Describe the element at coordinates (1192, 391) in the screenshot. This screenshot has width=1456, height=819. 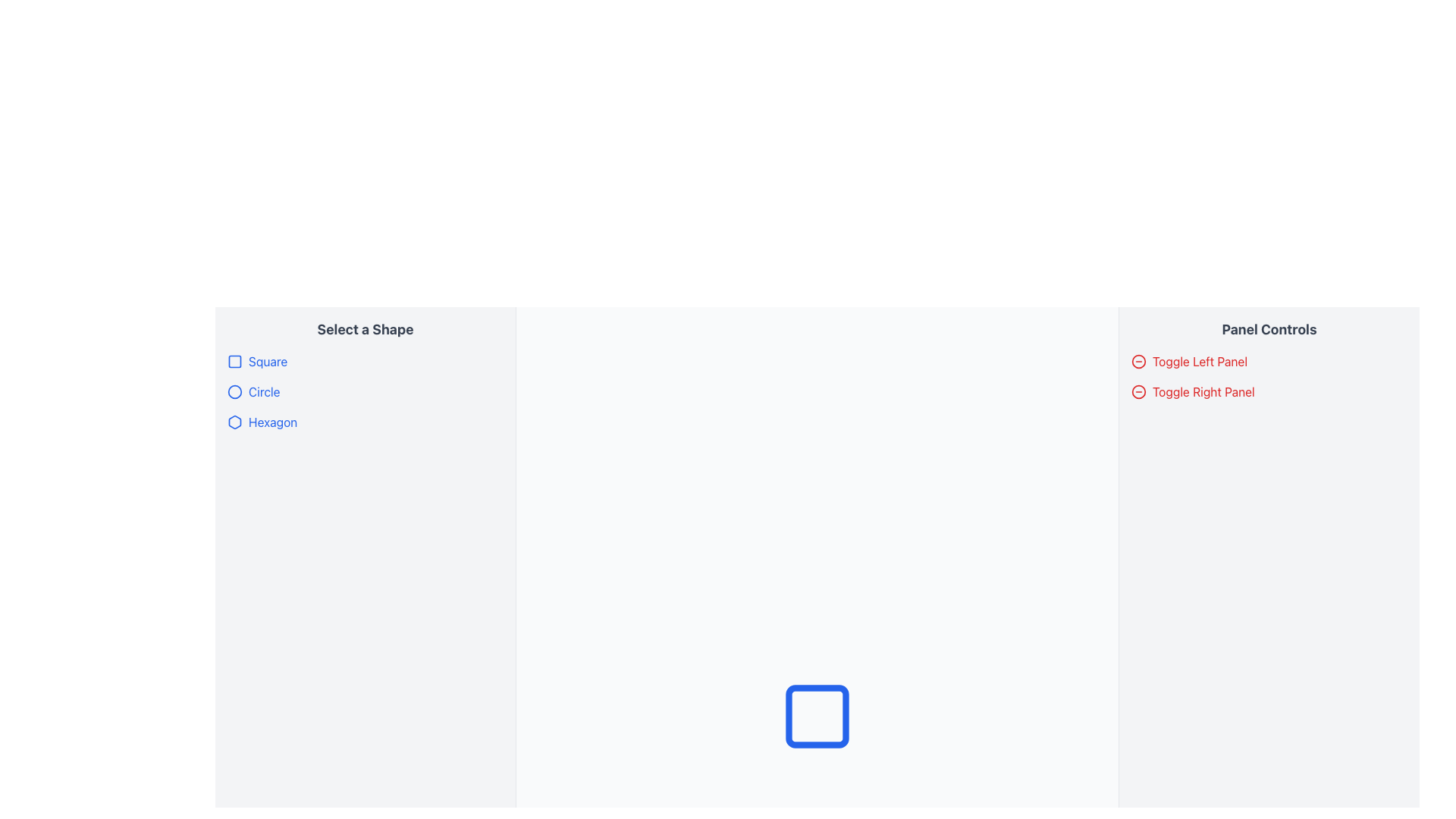
I see `the button located in the 'Panel Controls' section, beneath the 'Toggle Left Panel' button` at that location.